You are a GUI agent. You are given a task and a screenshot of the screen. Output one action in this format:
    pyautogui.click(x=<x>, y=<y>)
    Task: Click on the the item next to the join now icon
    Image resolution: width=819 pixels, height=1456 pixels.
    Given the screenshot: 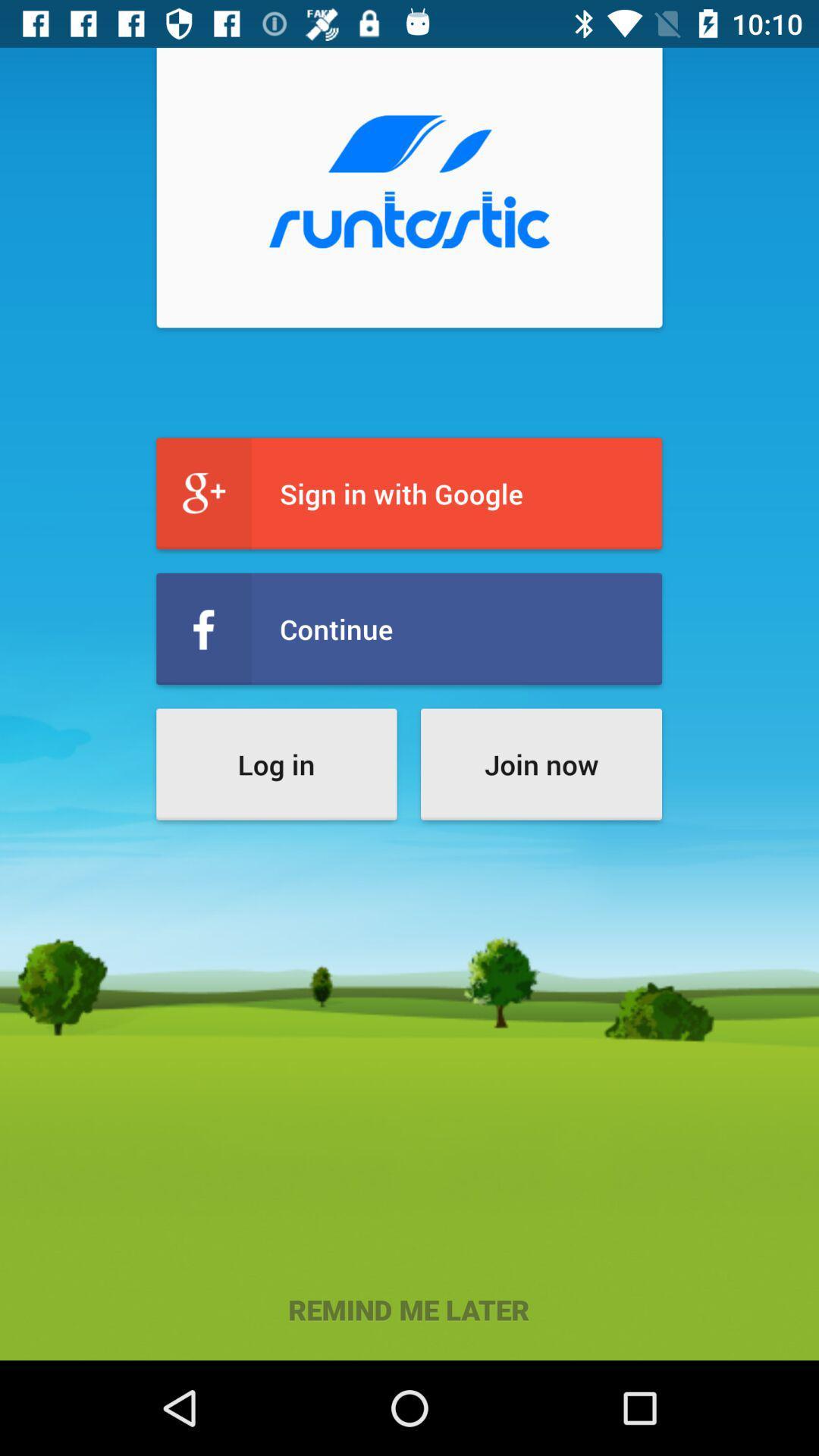 What is the action you would take?
    pyautogui.click(x=276, y=764)
    